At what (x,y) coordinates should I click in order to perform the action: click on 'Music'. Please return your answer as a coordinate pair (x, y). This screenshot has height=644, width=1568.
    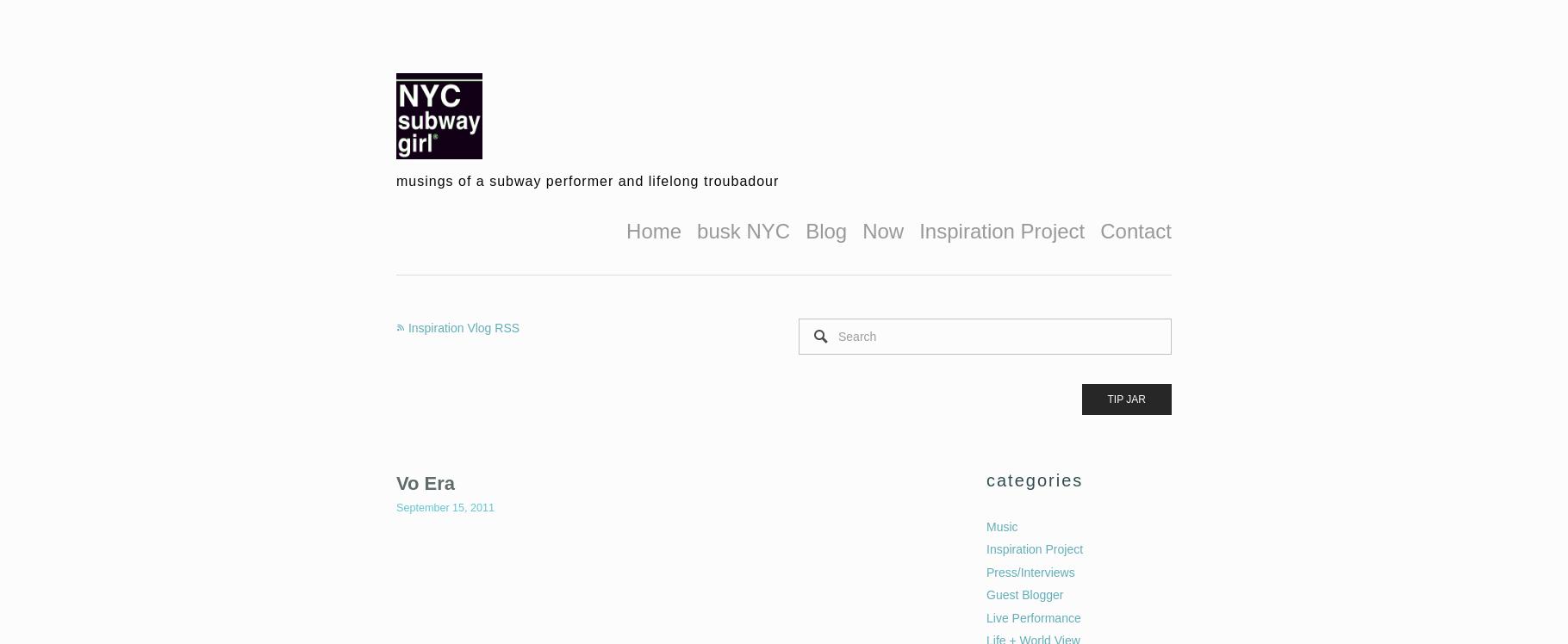
    Looking at the image, I should click on (1001, 524).